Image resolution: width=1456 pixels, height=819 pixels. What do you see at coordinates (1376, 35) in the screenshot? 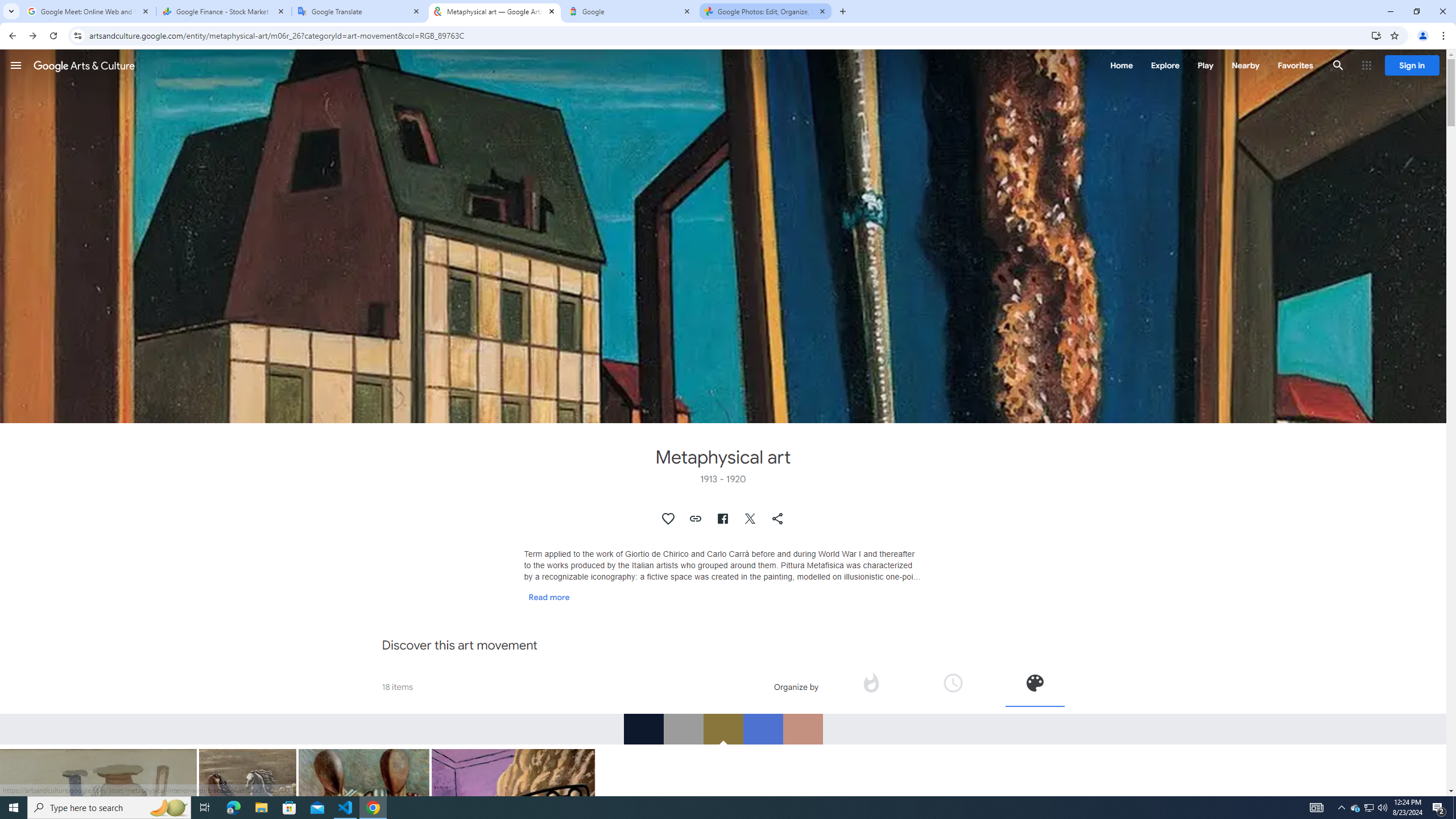
I see `'Install Google Arts & Culture'` at bounding box center [1376, 35].